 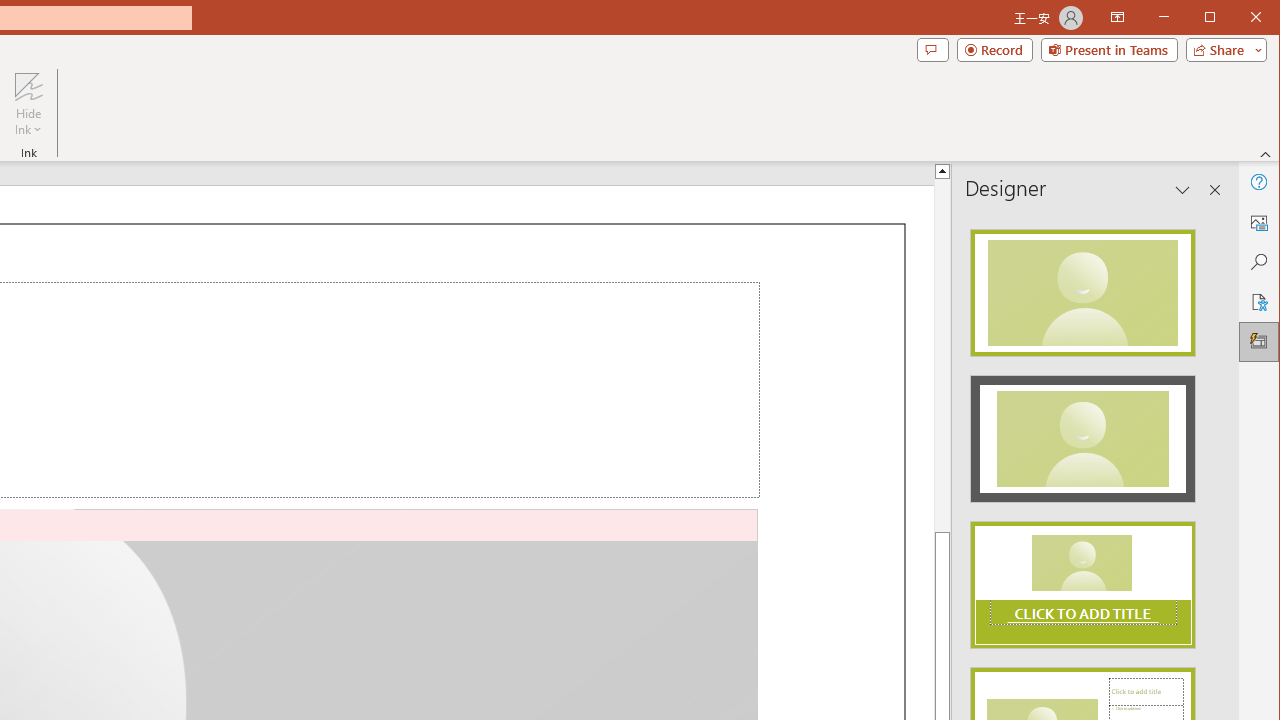 I want to click on 'Alt Text', so click(x=1257, y=222).